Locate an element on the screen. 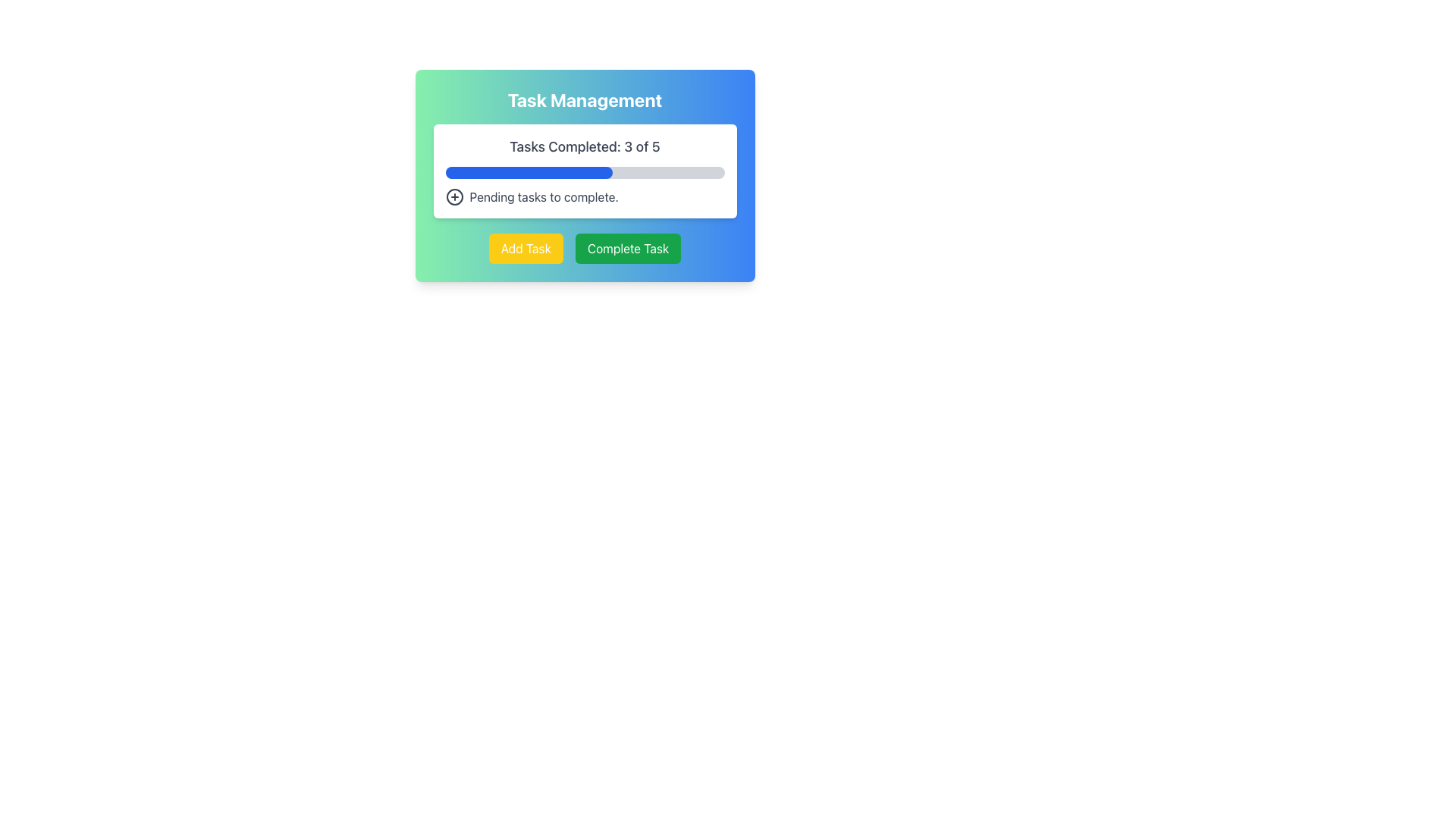 This screenshot has height=819, width=1456. task information by interacting with the 'Task Management' panel which displays progress and task options is located at coordinates (584, 174).